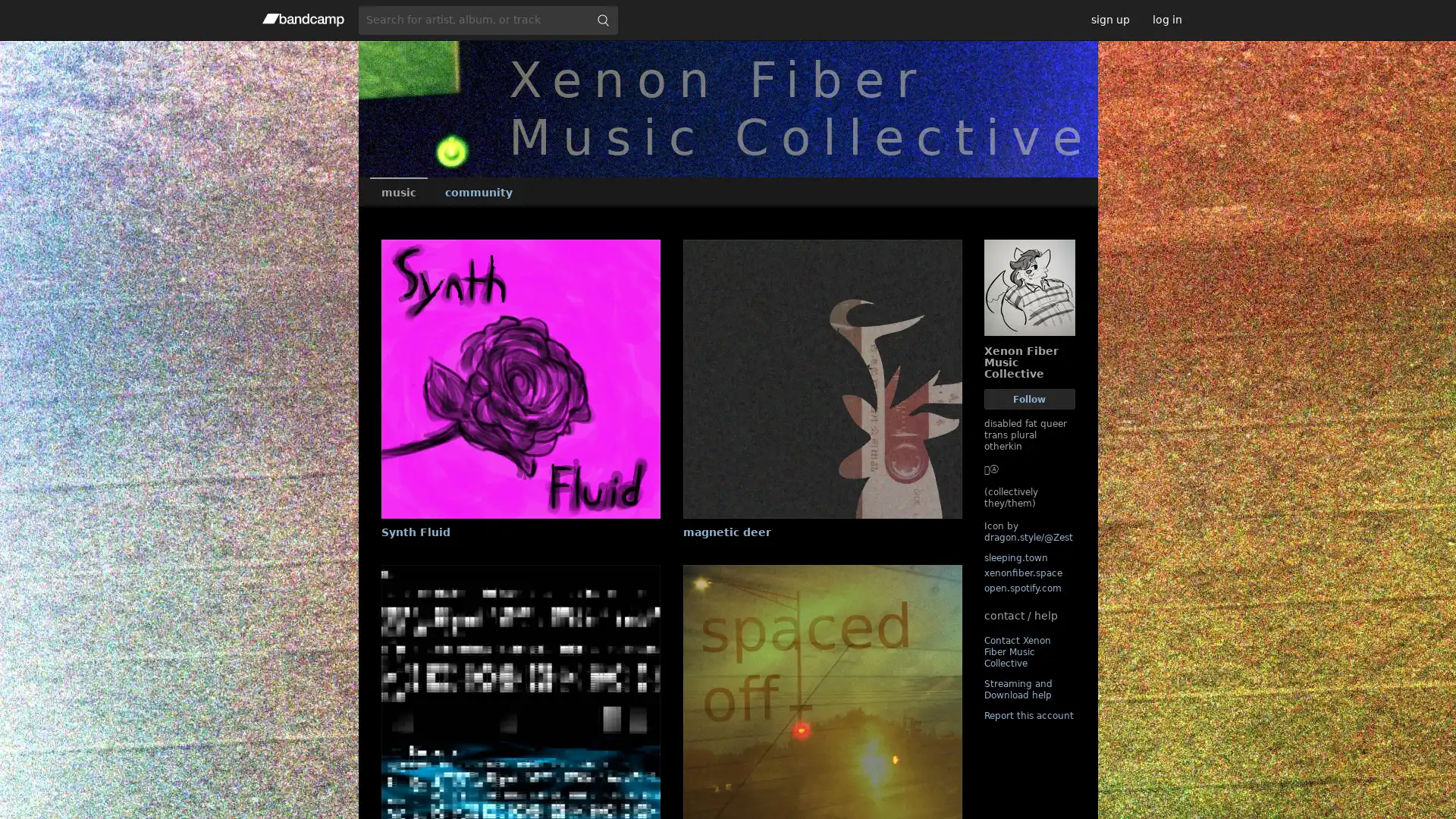 This screenshot has width=1456, height=819. I want to click on Follow, so click(1029, 398).